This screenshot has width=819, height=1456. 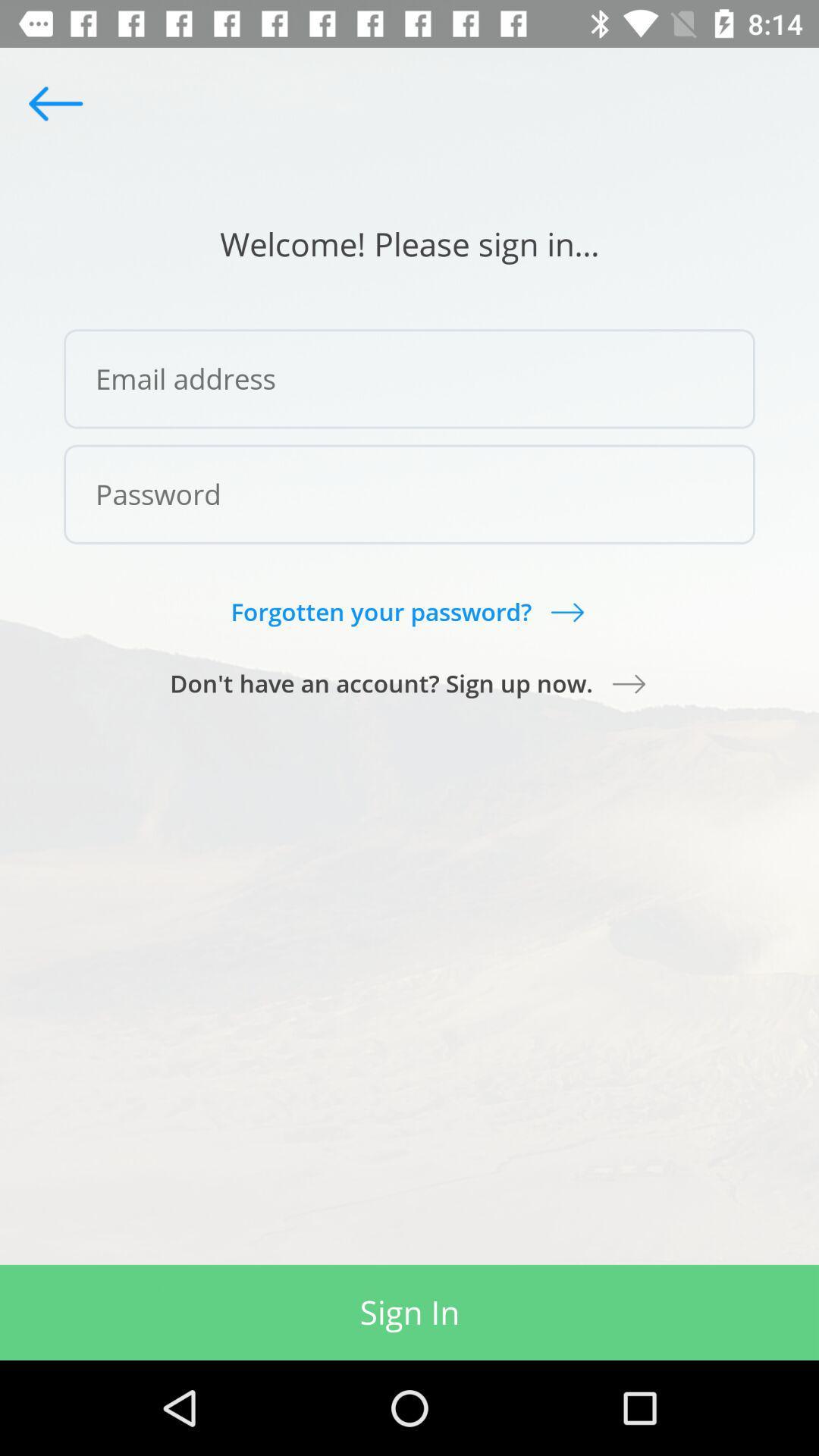 I want to click on the item above the don t have icon, so click(x=408, y=611).